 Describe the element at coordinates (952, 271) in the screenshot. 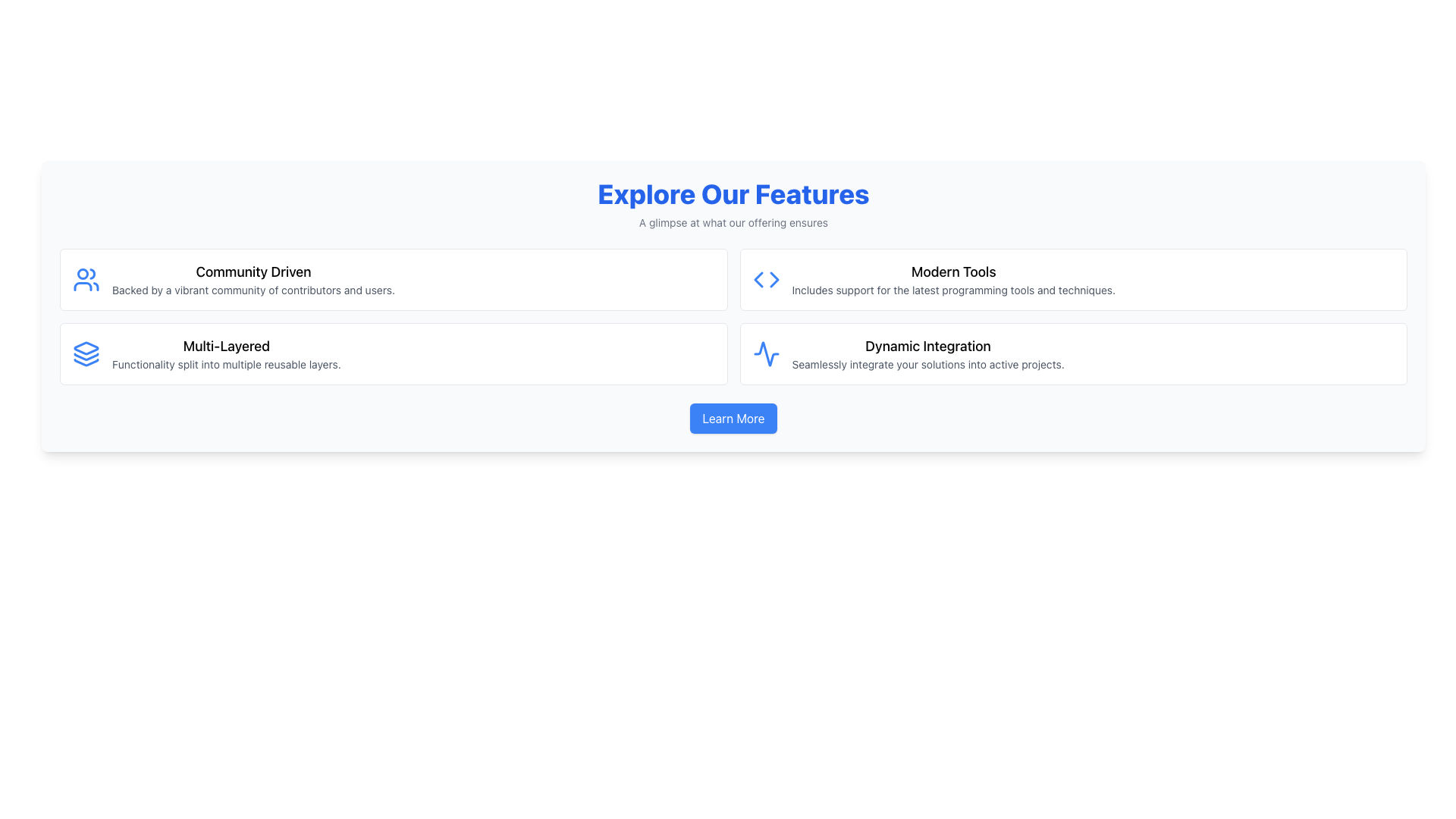

I see `the Text Label that serves as a heading for the feature description, positioned above the text about programming tools` at that location.